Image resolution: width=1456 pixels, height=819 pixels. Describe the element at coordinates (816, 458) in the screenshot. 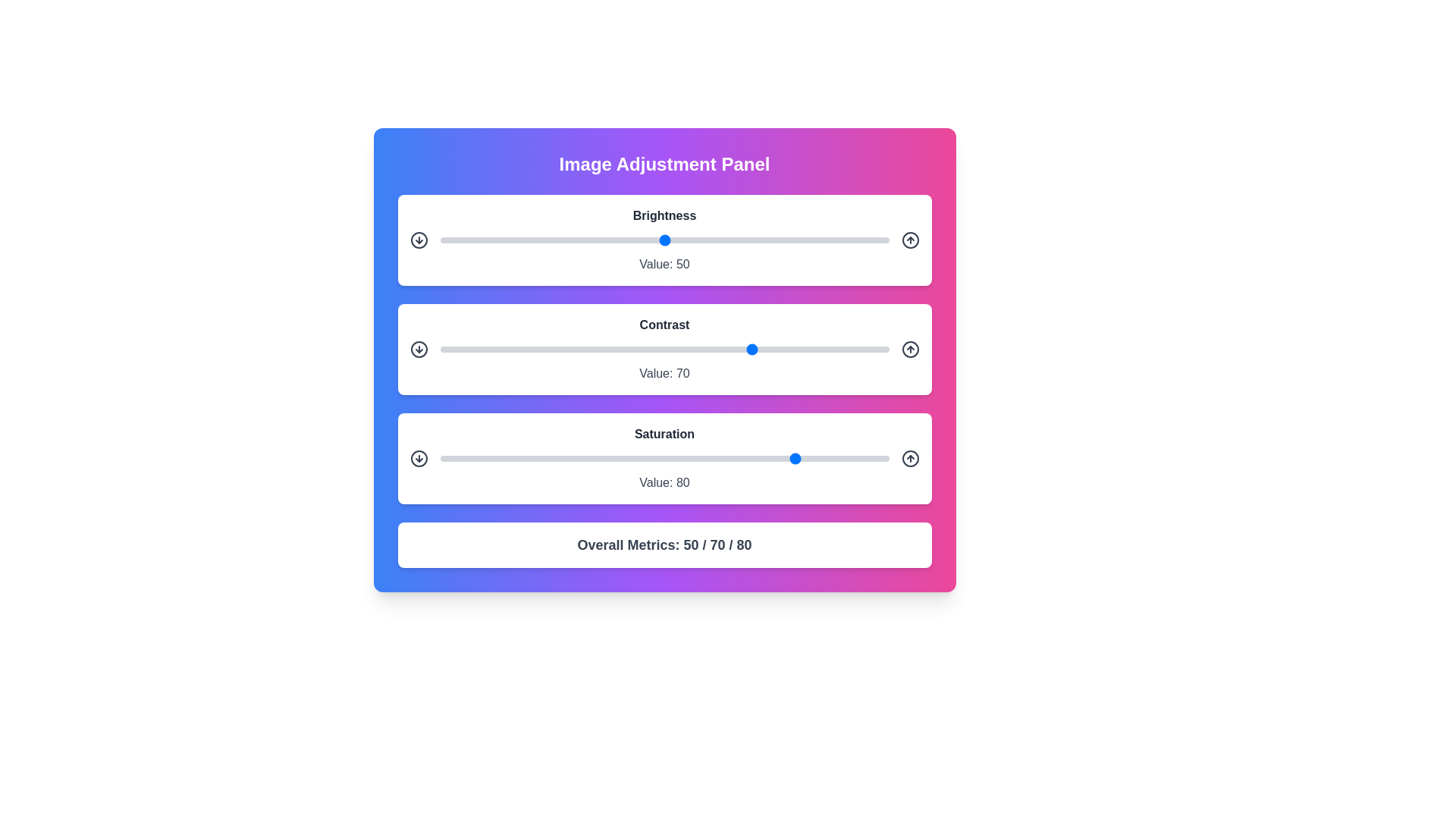

I see `the slider value` at that location.